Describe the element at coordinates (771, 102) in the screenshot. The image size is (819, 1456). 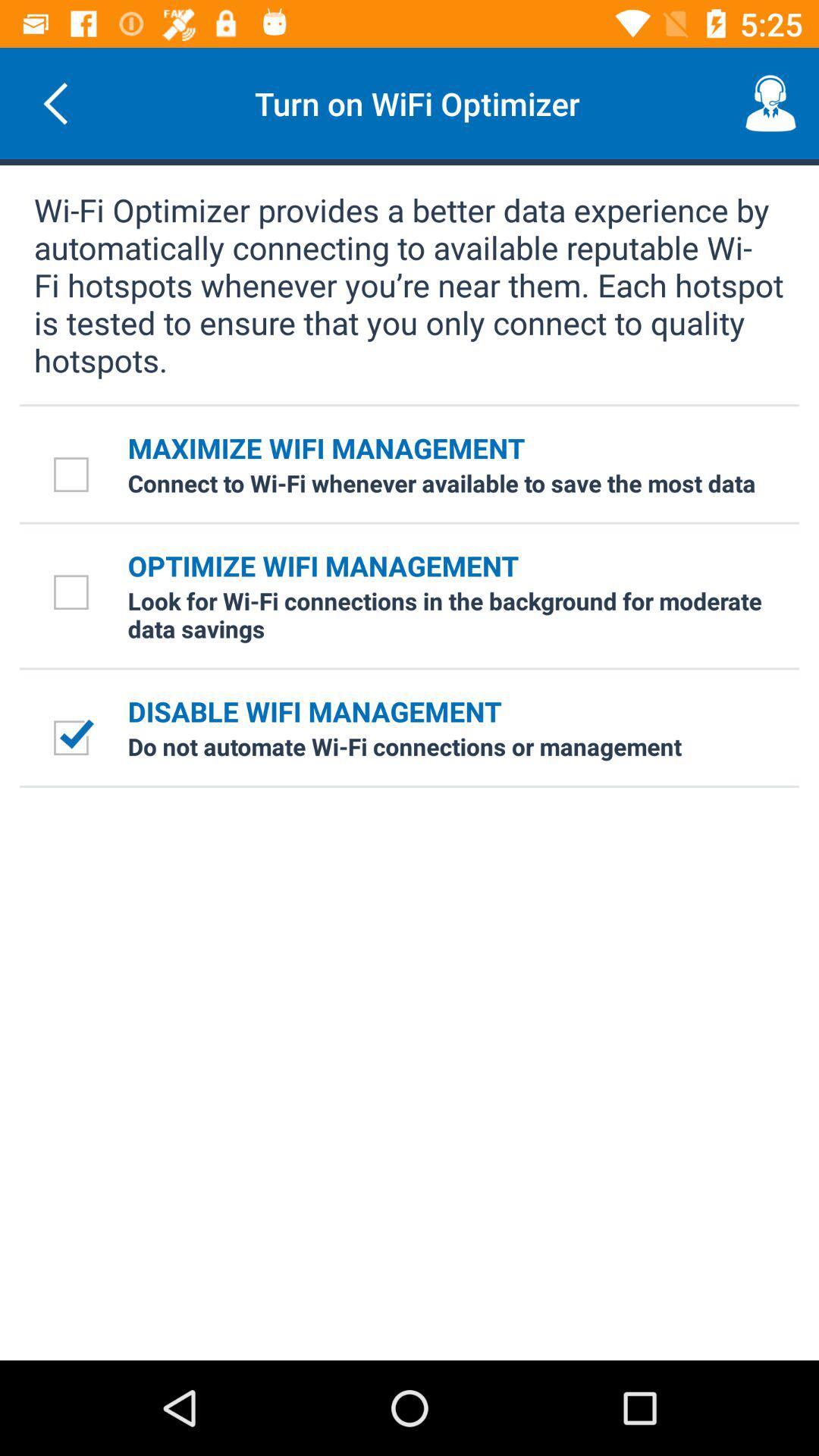
I see `the icon at the top right corner` at that location.